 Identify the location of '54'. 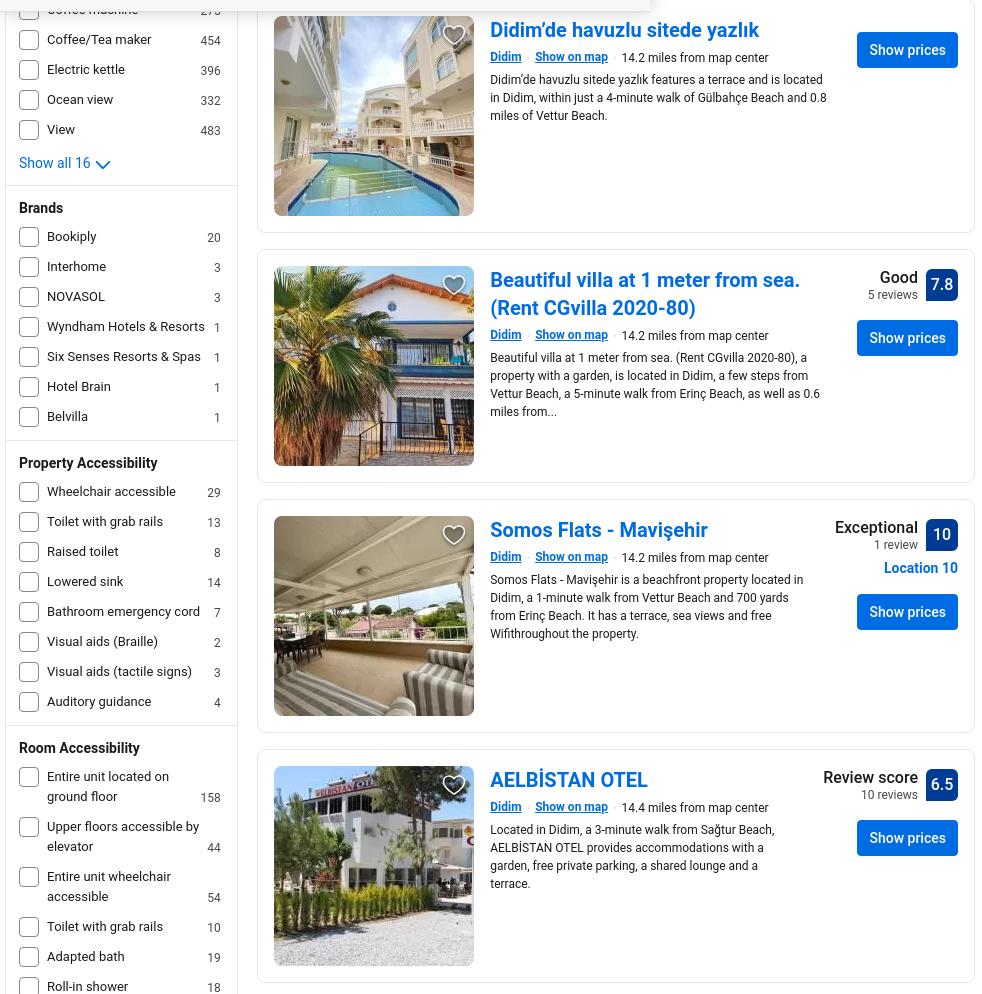
(212, 896).